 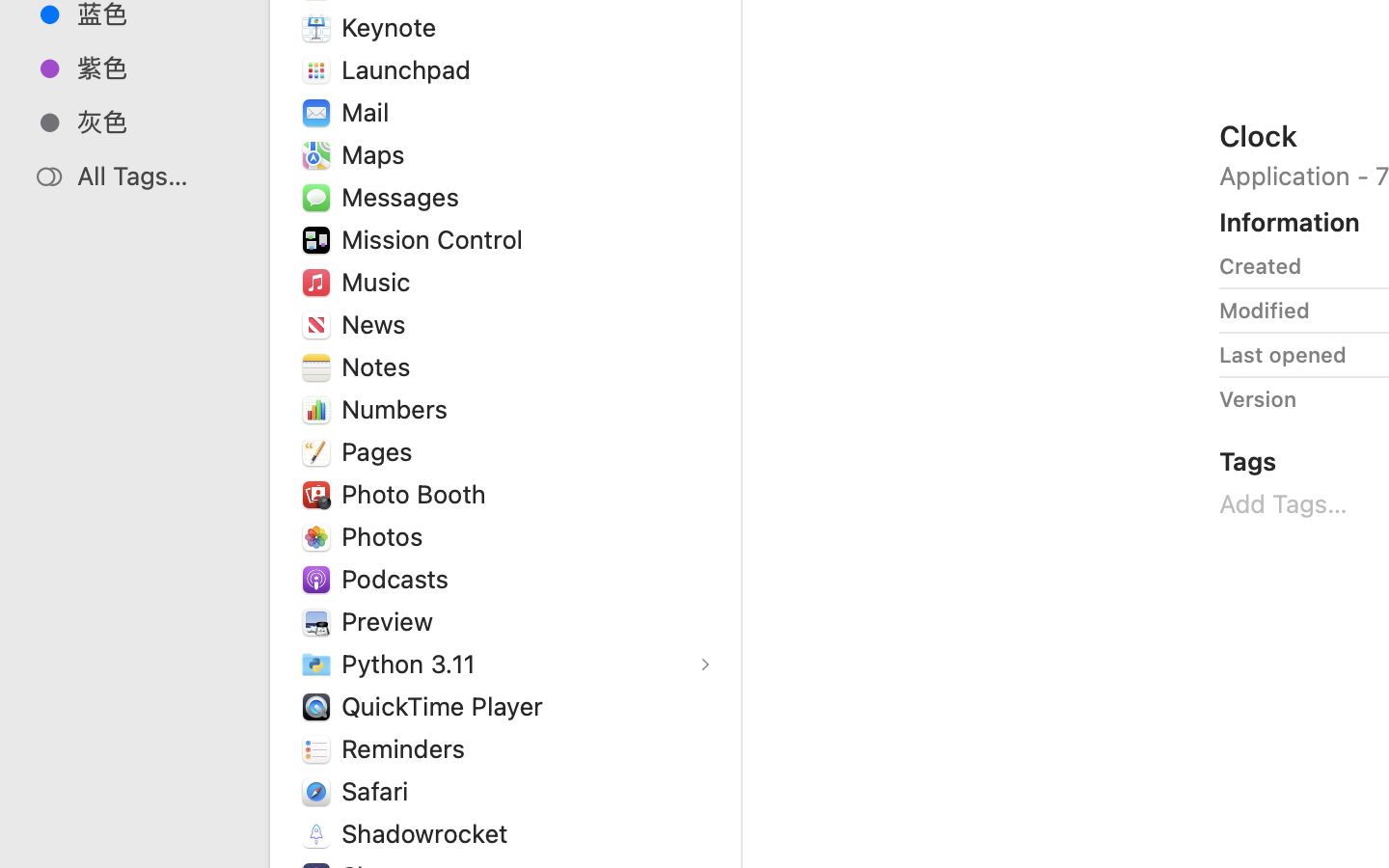 I want to click on 'Podcasts', so click(x=397, y=579).